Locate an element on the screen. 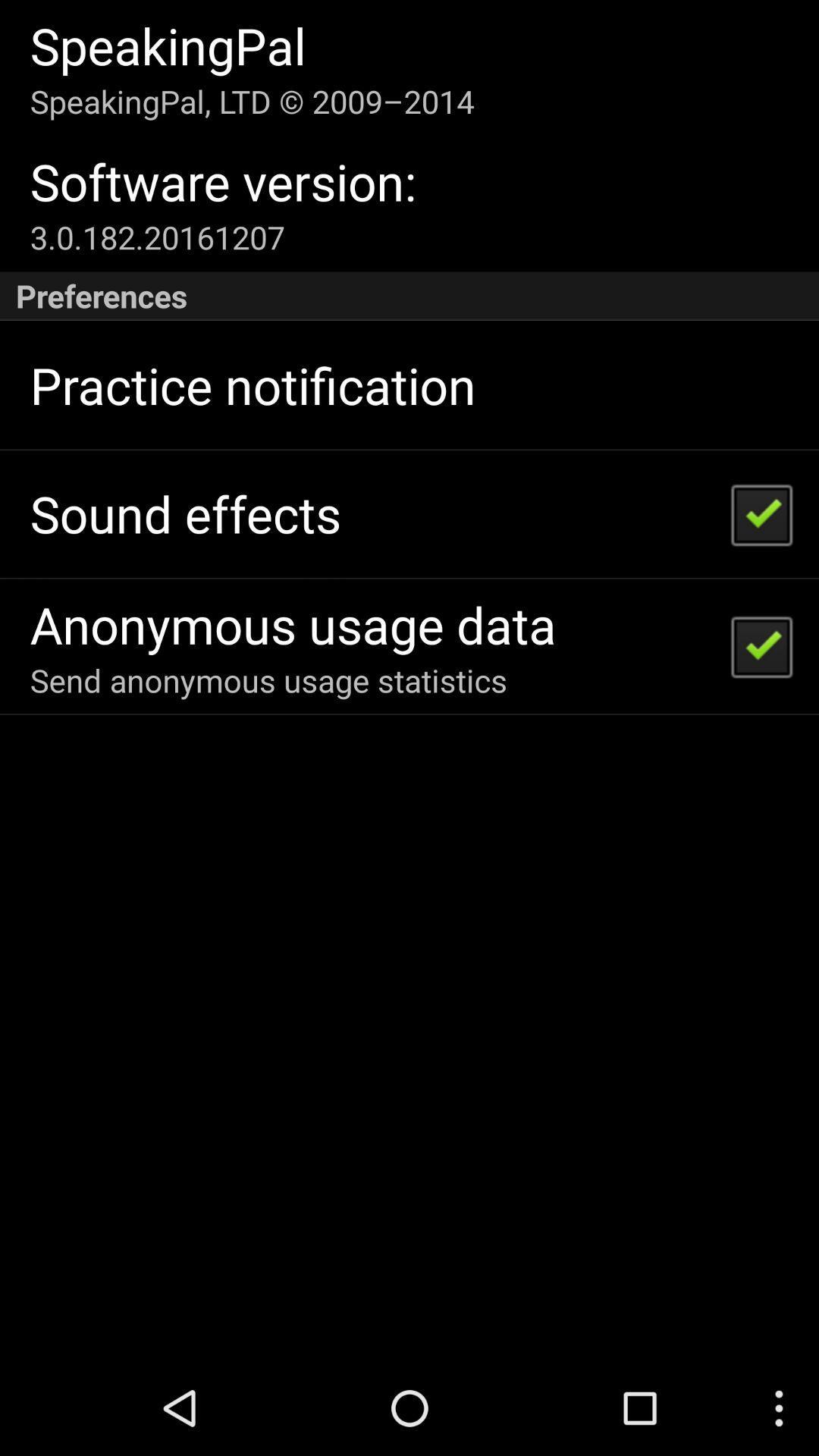 The image size is (819, 1456). item below software version: is located at coordinates (157, 236).